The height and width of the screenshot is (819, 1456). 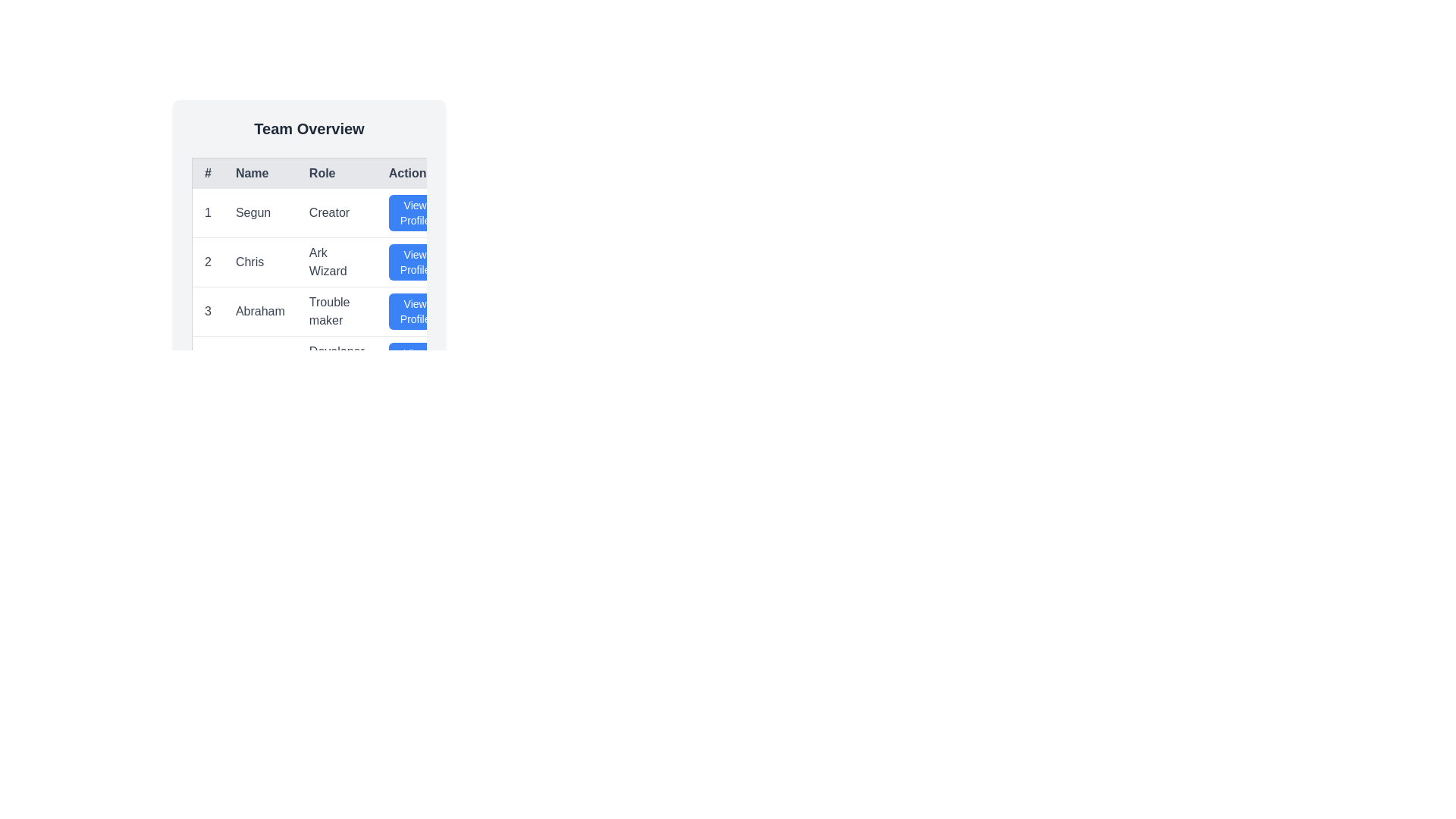 I want to click on the blue 'View Profile' button with white text located in the second action column of the data table for the row labeled 'Chris', so click(x=422, y=262).